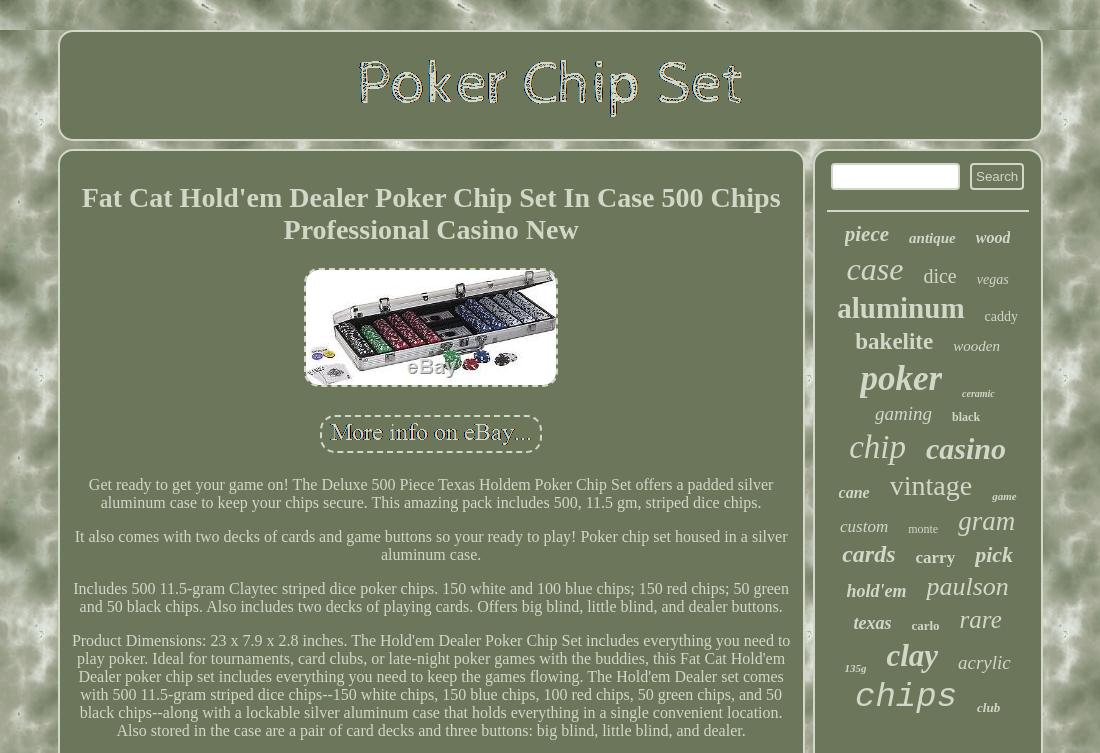 This screenshot has height=753, width=1100. I want to click on 'wood', so click(991, 236).